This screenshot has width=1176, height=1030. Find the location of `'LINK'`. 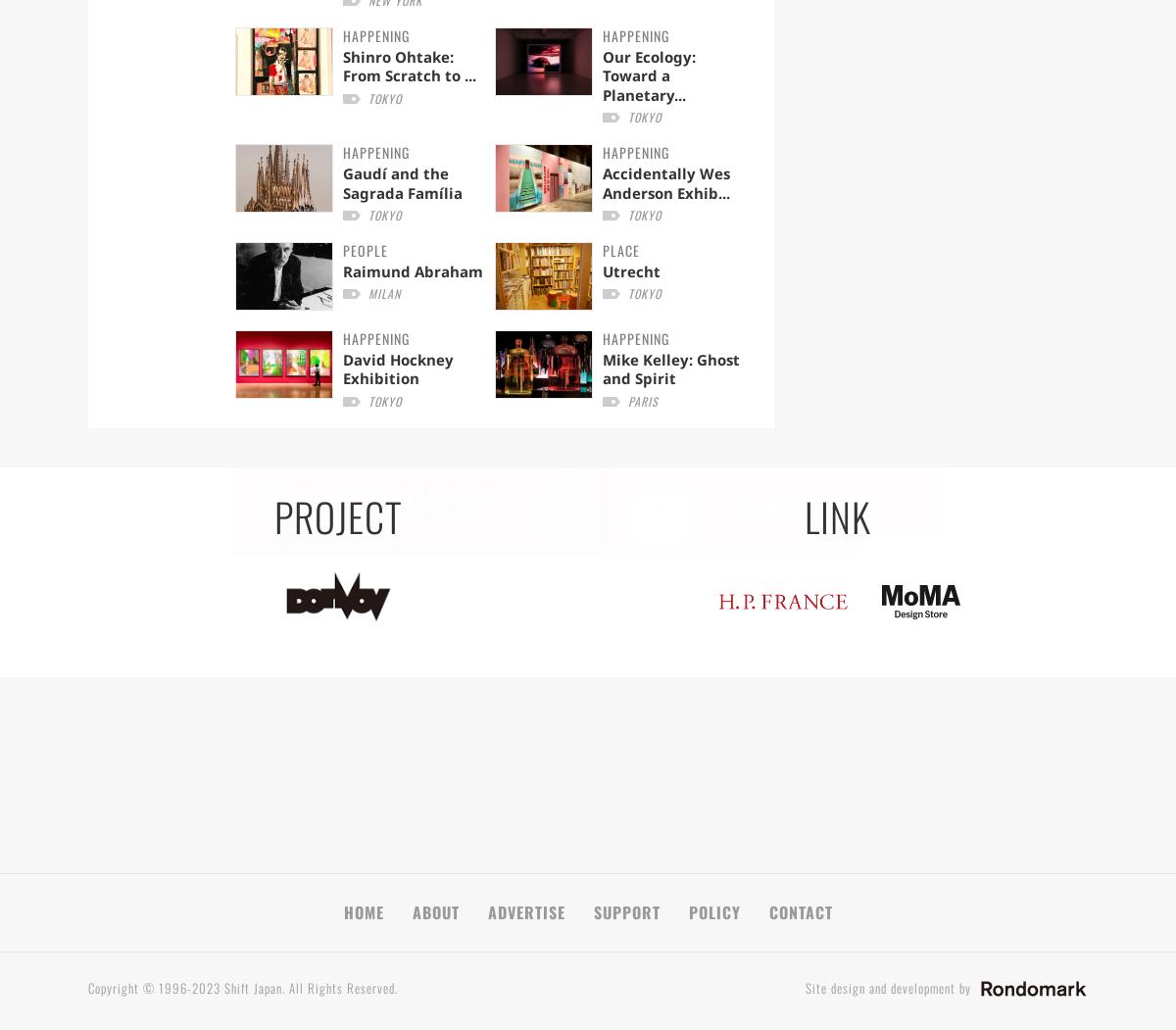

'LINK' is located at coordinates (837, 515).